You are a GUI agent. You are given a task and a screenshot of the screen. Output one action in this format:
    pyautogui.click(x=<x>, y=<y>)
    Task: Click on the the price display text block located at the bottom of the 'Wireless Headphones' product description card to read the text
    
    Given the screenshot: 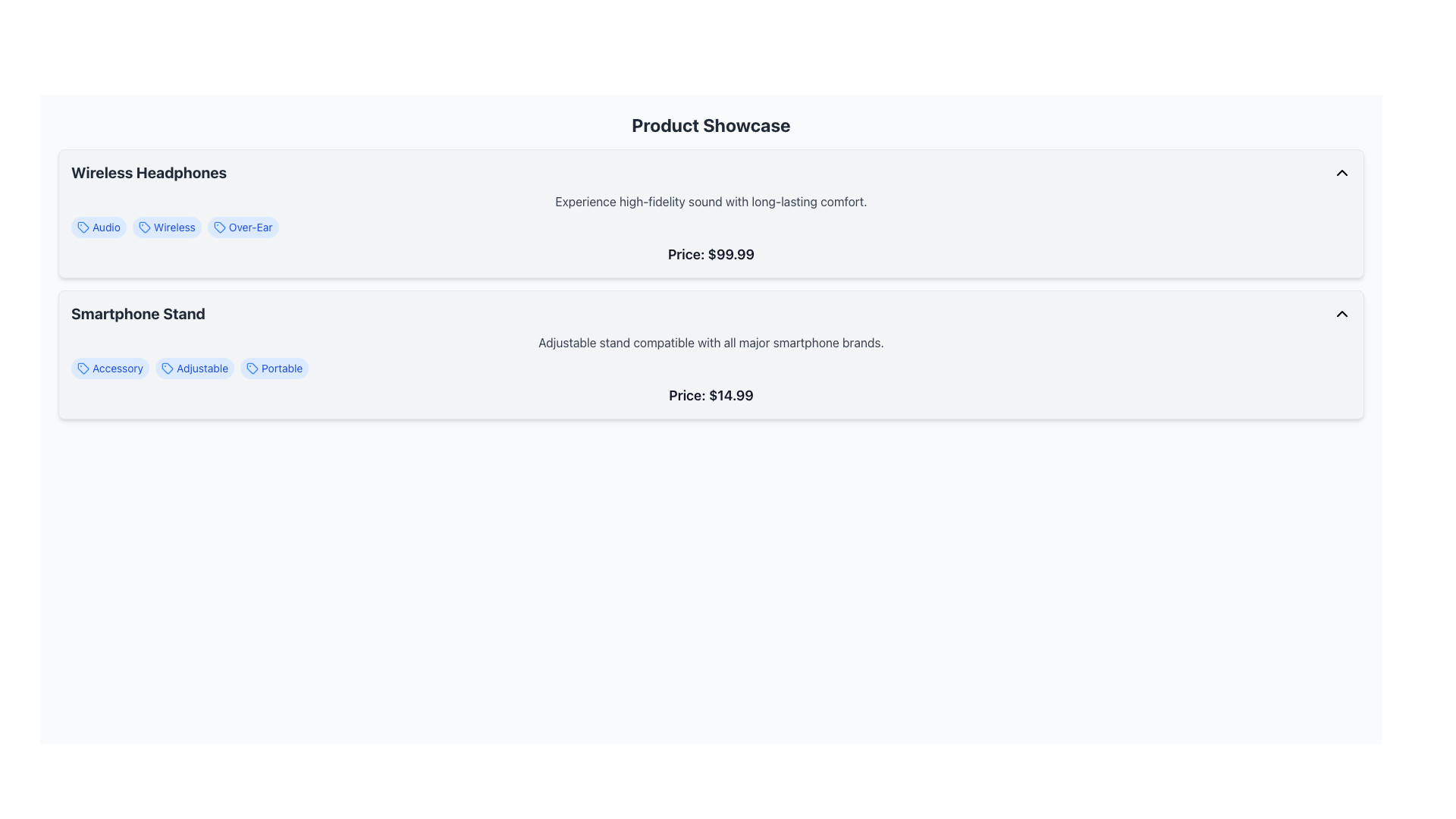 What is the action you would take?
    pyautogui.click(x=710, y=253)
    